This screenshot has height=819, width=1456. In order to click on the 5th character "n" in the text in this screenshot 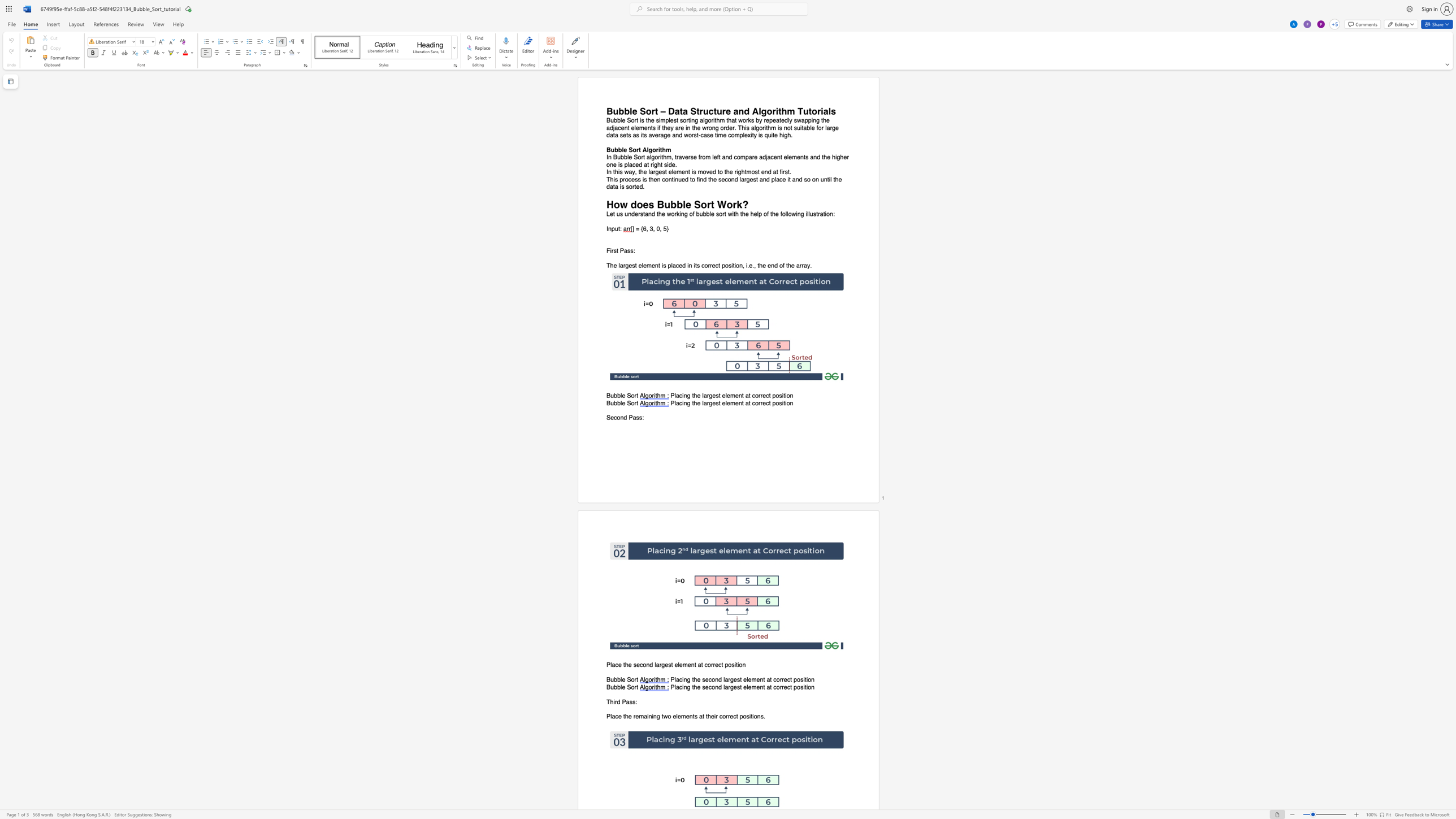, I will do `click(688, 128)`.